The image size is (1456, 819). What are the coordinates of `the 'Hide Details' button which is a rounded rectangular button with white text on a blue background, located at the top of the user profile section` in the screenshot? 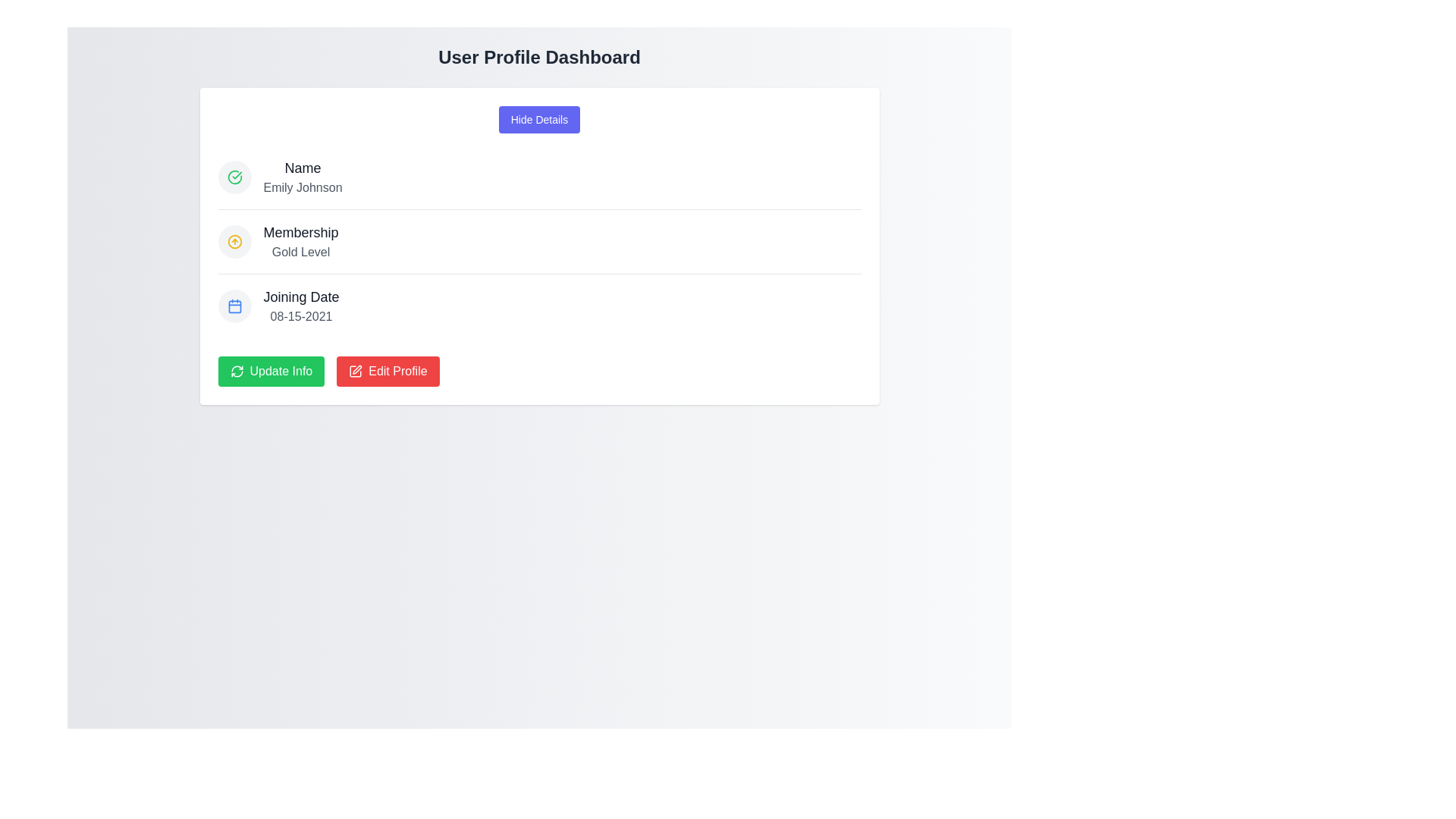 It's located at (539, 119).